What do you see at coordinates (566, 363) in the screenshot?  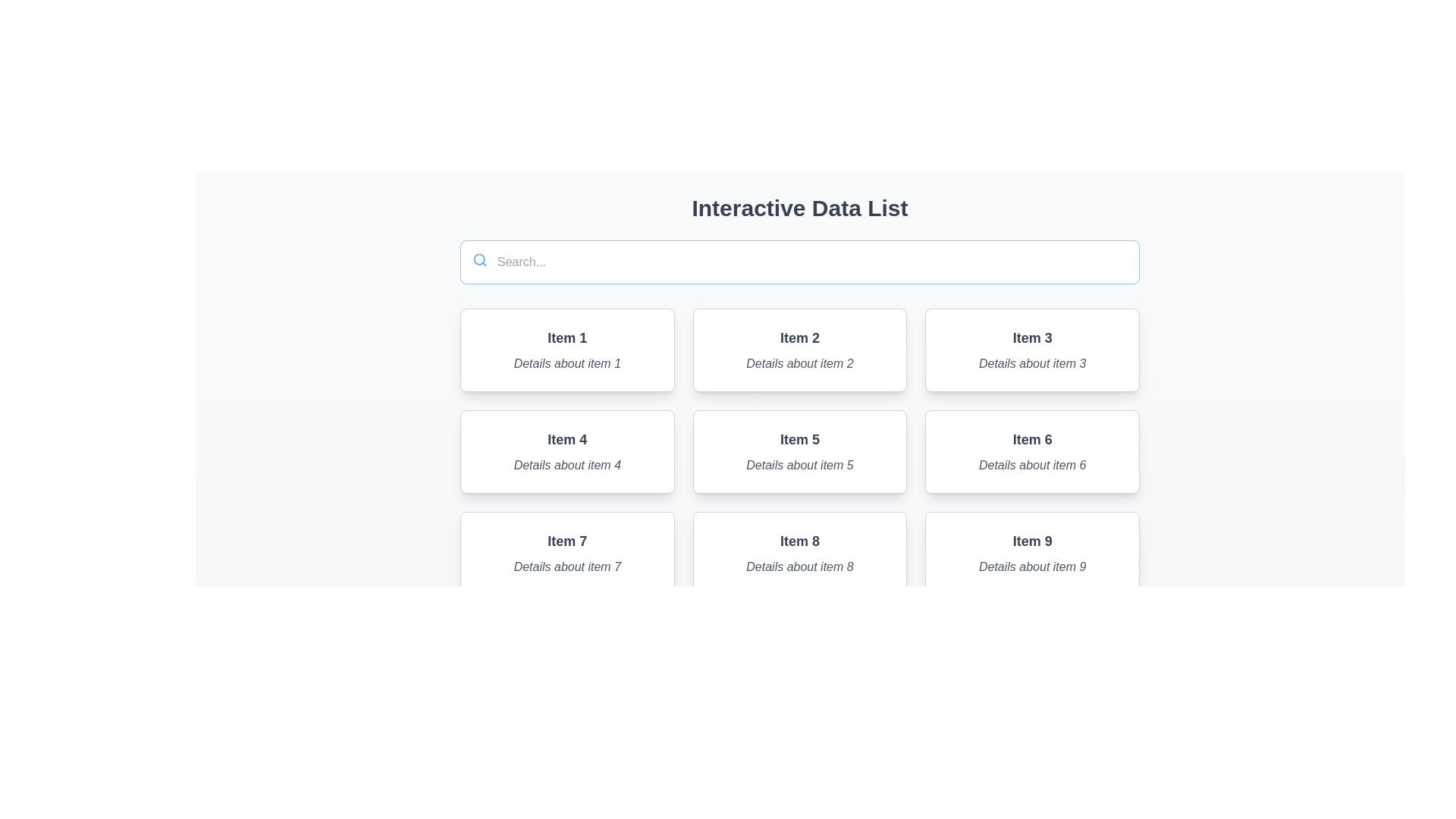 I see `descriptive text located under the heading 'Item 1' in the top-left card of the grid layout` at bounding box center [566, 363].